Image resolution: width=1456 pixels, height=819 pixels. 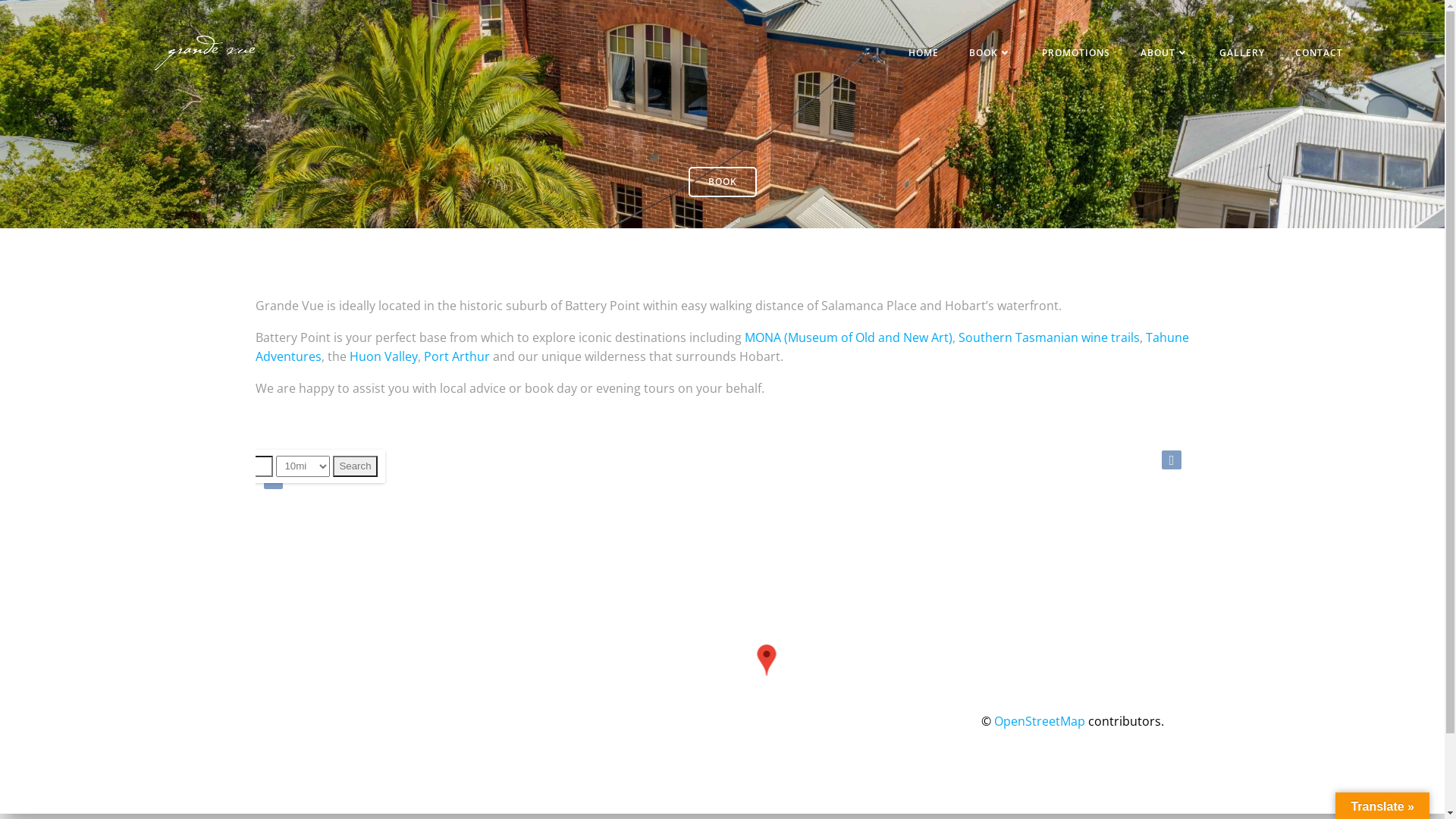 I want to click on 'PROMOTIONS', so click(x=1075, y=52).